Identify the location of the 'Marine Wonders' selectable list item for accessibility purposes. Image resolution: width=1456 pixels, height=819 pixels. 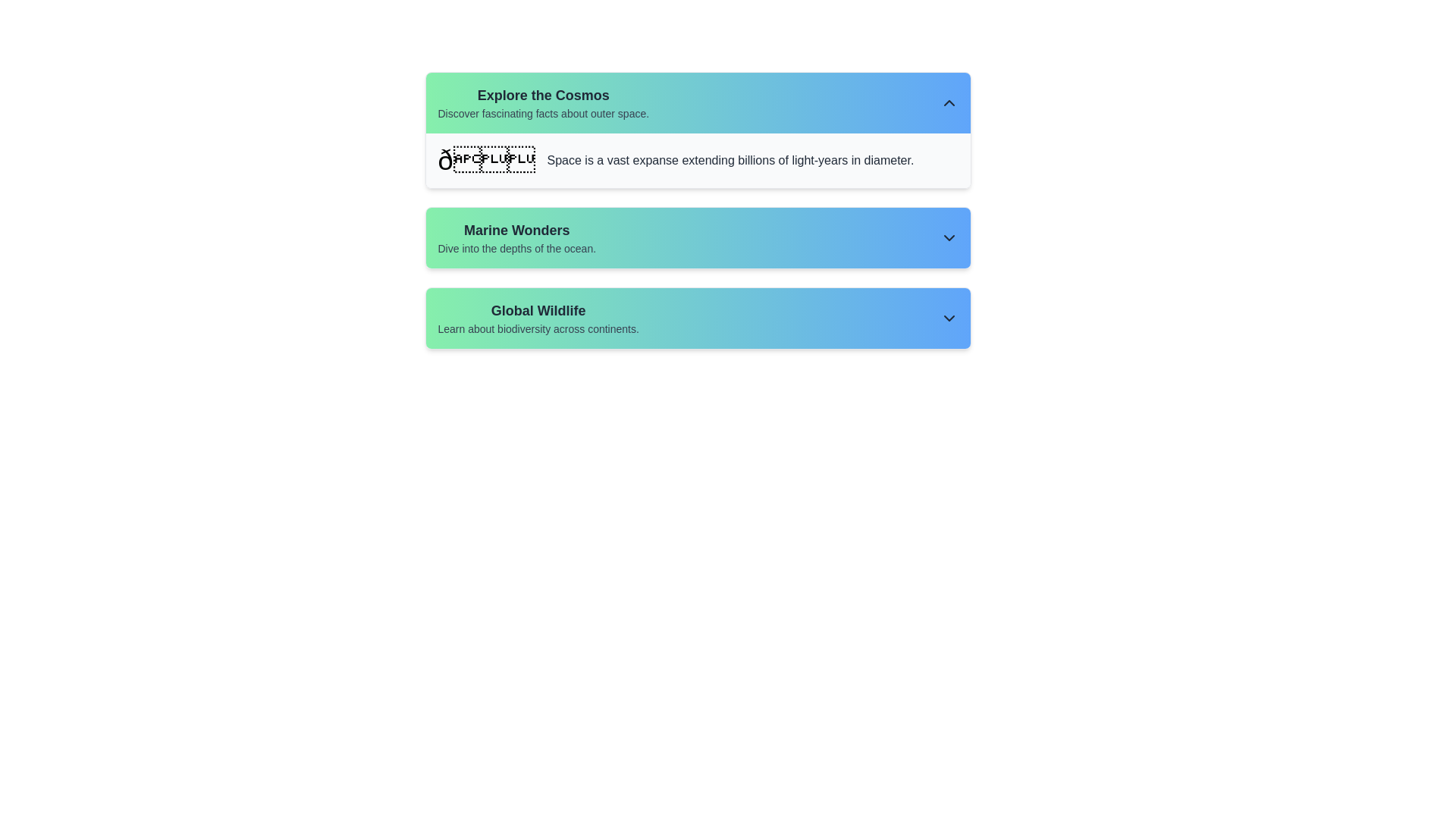
(697, 210).